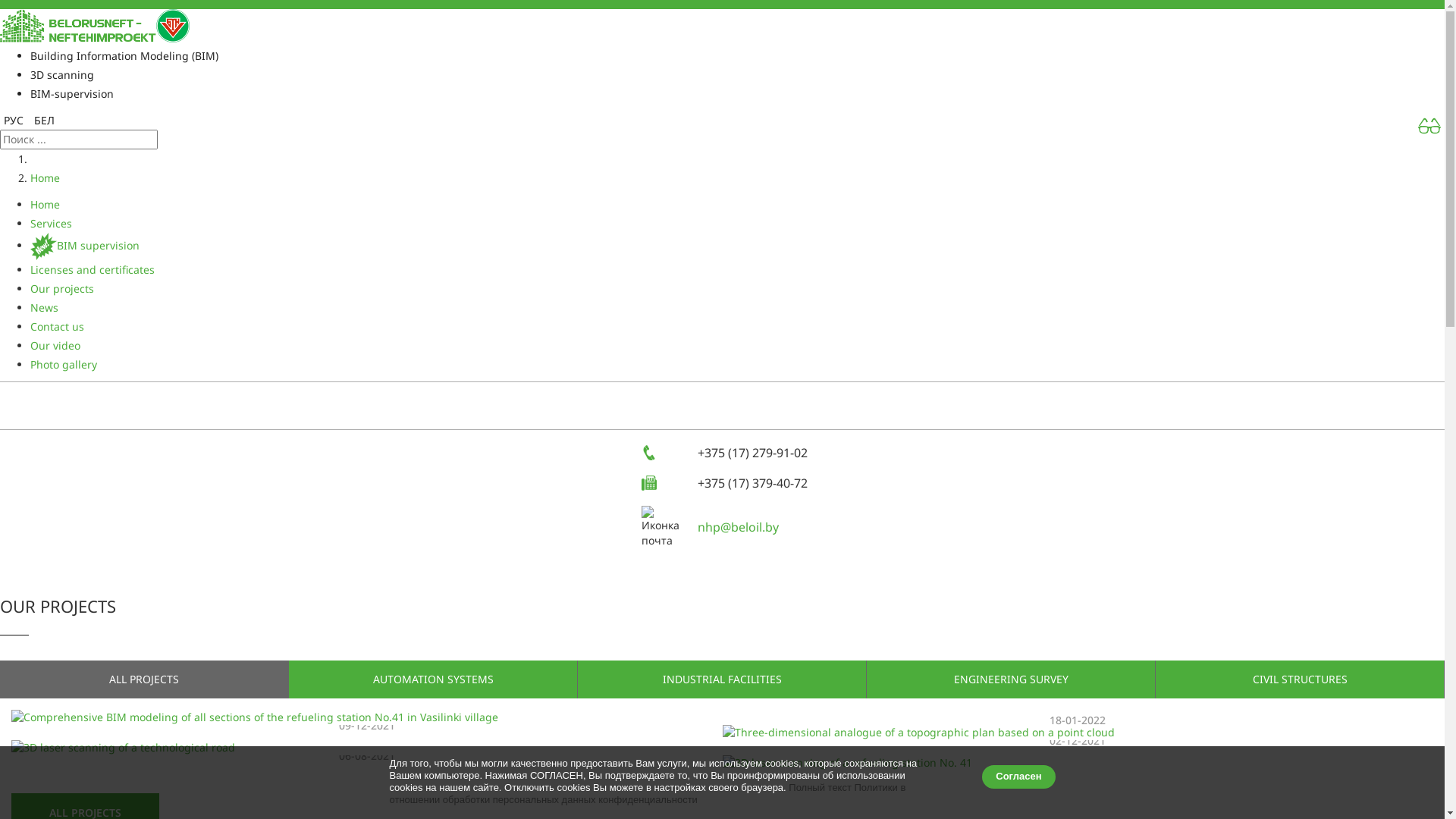 The height and width of the screenshot is (819, 1456). What do you see at coordinates (55, 345) in the screenshot?
I see `'Our video'` at bounding box center [55, 345].